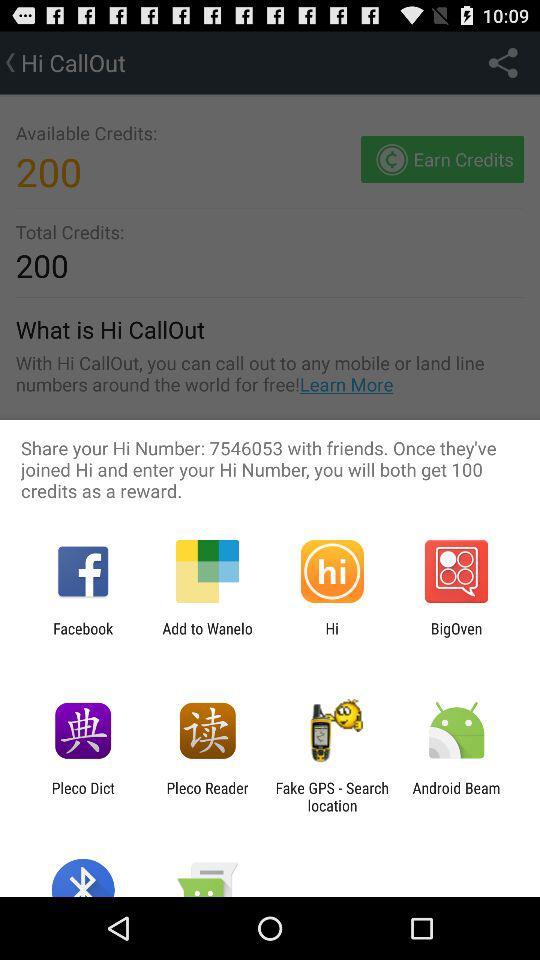 This screenshot has width=540, height=960. I want to click on icon next to hi, so click(206, 636).